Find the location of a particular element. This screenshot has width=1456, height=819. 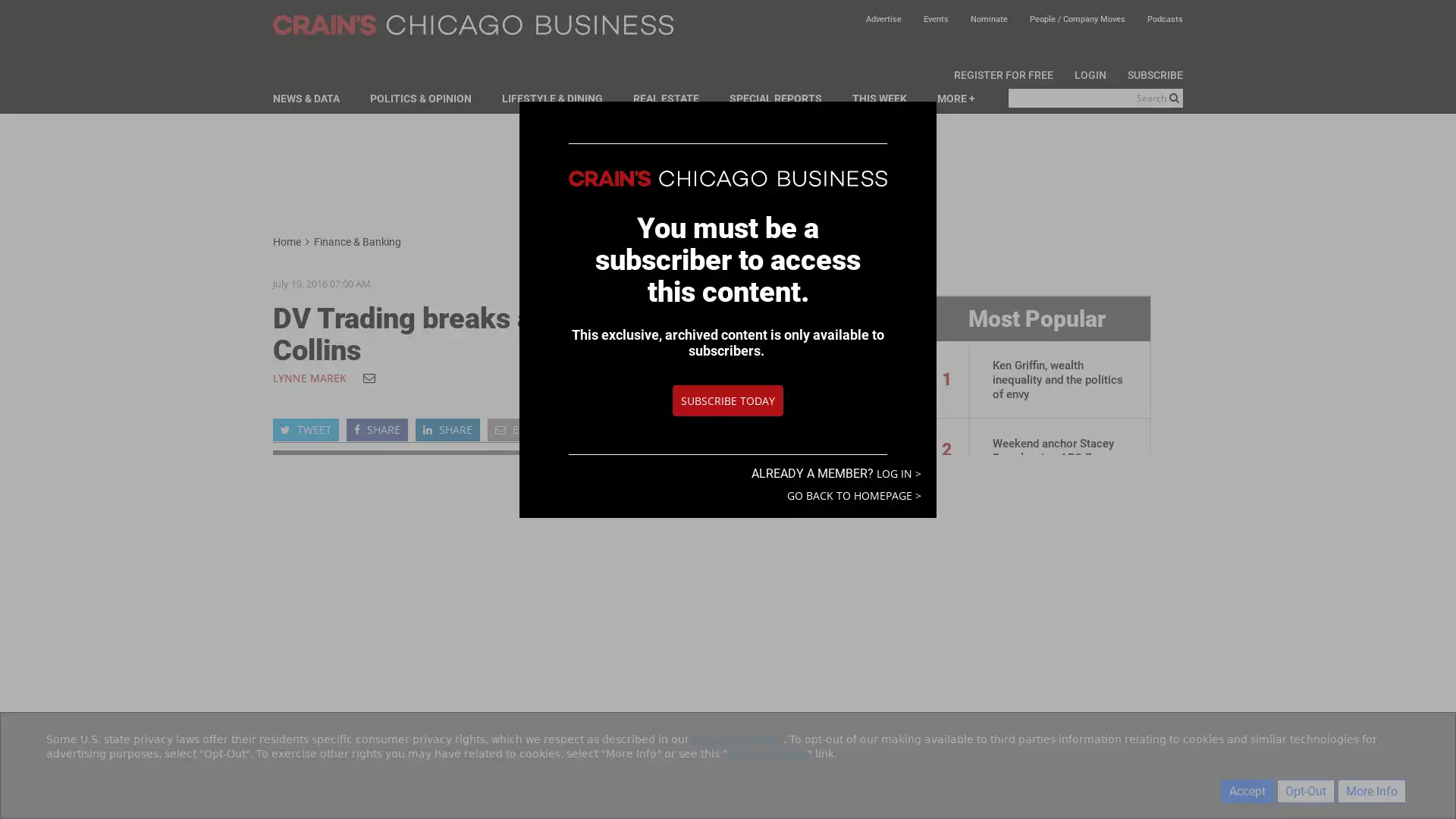

Opt-Out is located at coordinates (1305, 790).